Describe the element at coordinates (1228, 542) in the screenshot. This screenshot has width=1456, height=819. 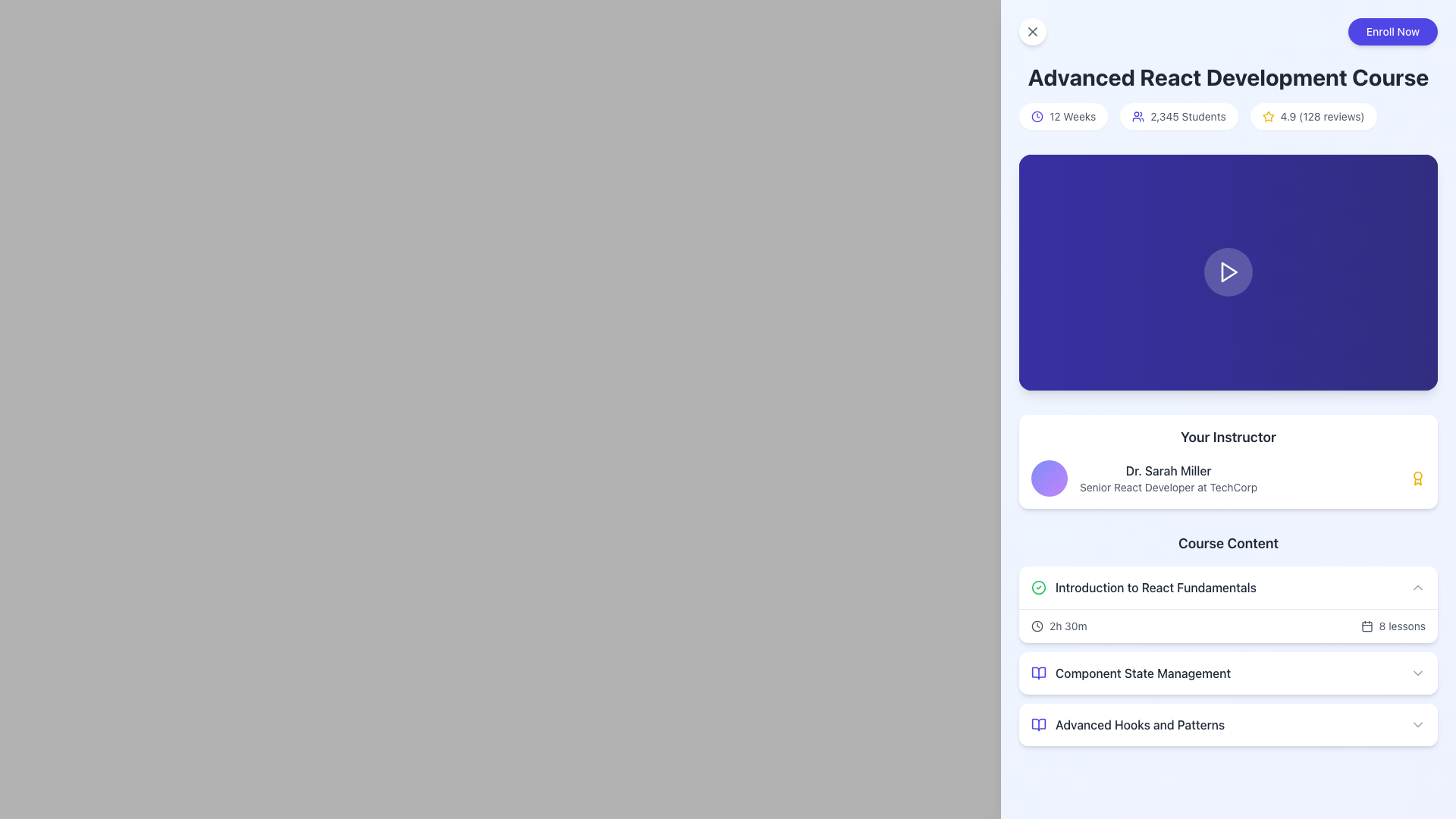
I see `the Text label that serves as a heading for the course modules, positioned below the 'Your Instructor' section and above the list of course modules` at that location.